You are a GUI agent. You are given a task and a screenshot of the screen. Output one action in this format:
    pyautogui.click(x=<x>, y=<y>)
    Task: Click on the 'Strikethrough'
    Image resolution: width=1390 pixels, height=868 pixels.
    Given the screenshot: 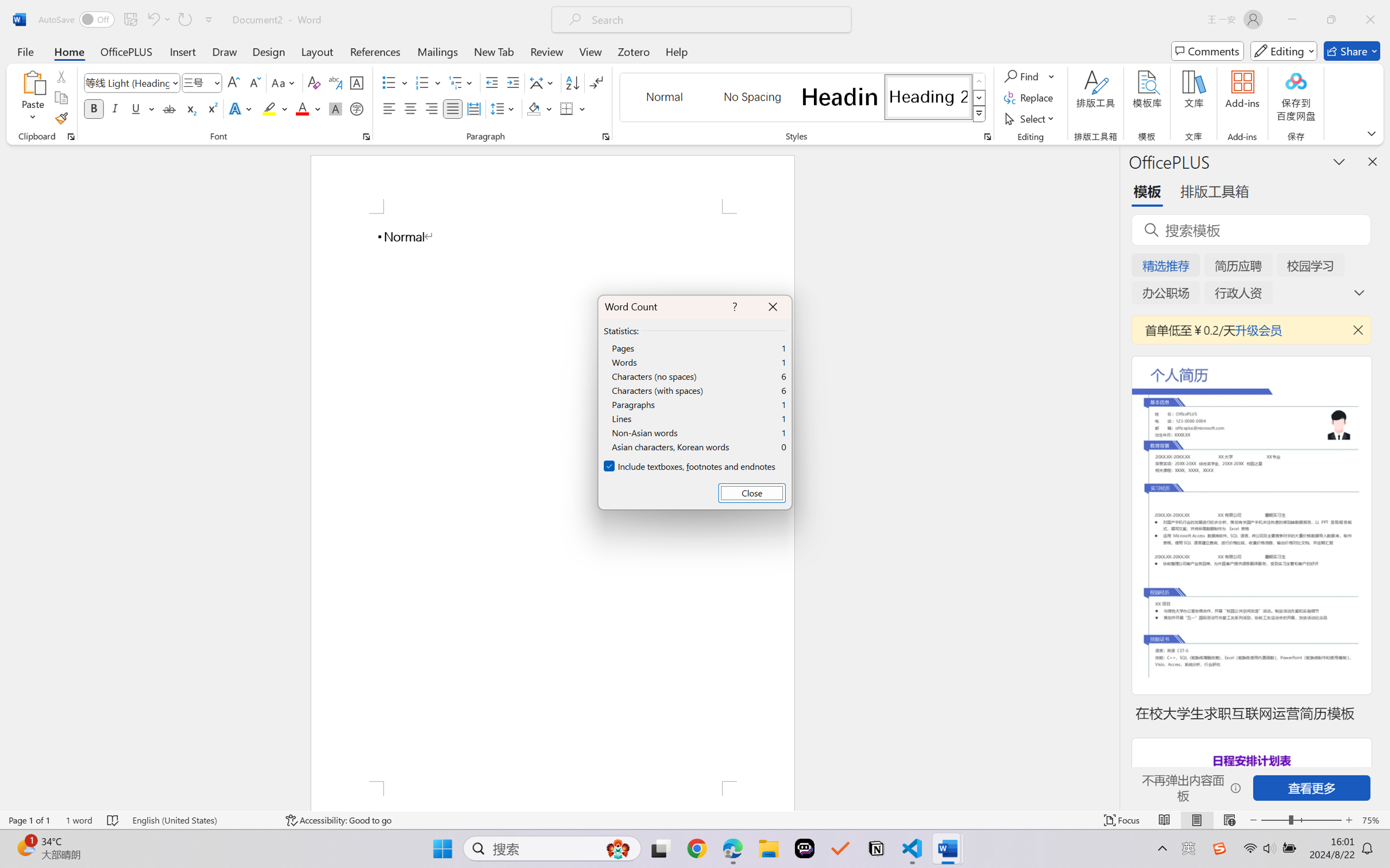 What is the action you would take?
    pyautogui.click(x=169, y=108)
    